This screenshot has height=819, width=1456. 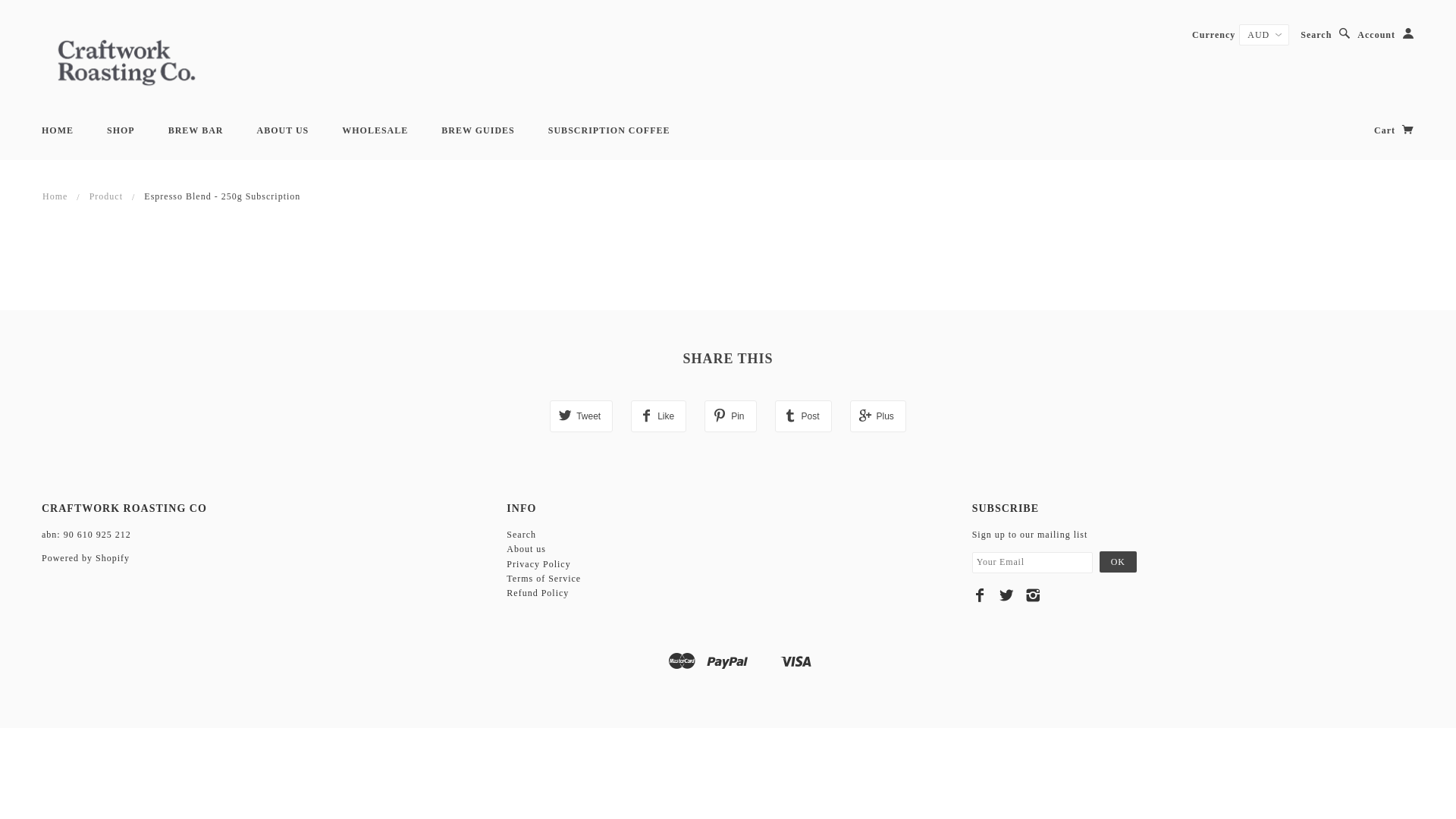 What do you see at coordinates (282, 130) in the screenshot?
I see `'ABOUT US'` at bounding box center [282, 130].